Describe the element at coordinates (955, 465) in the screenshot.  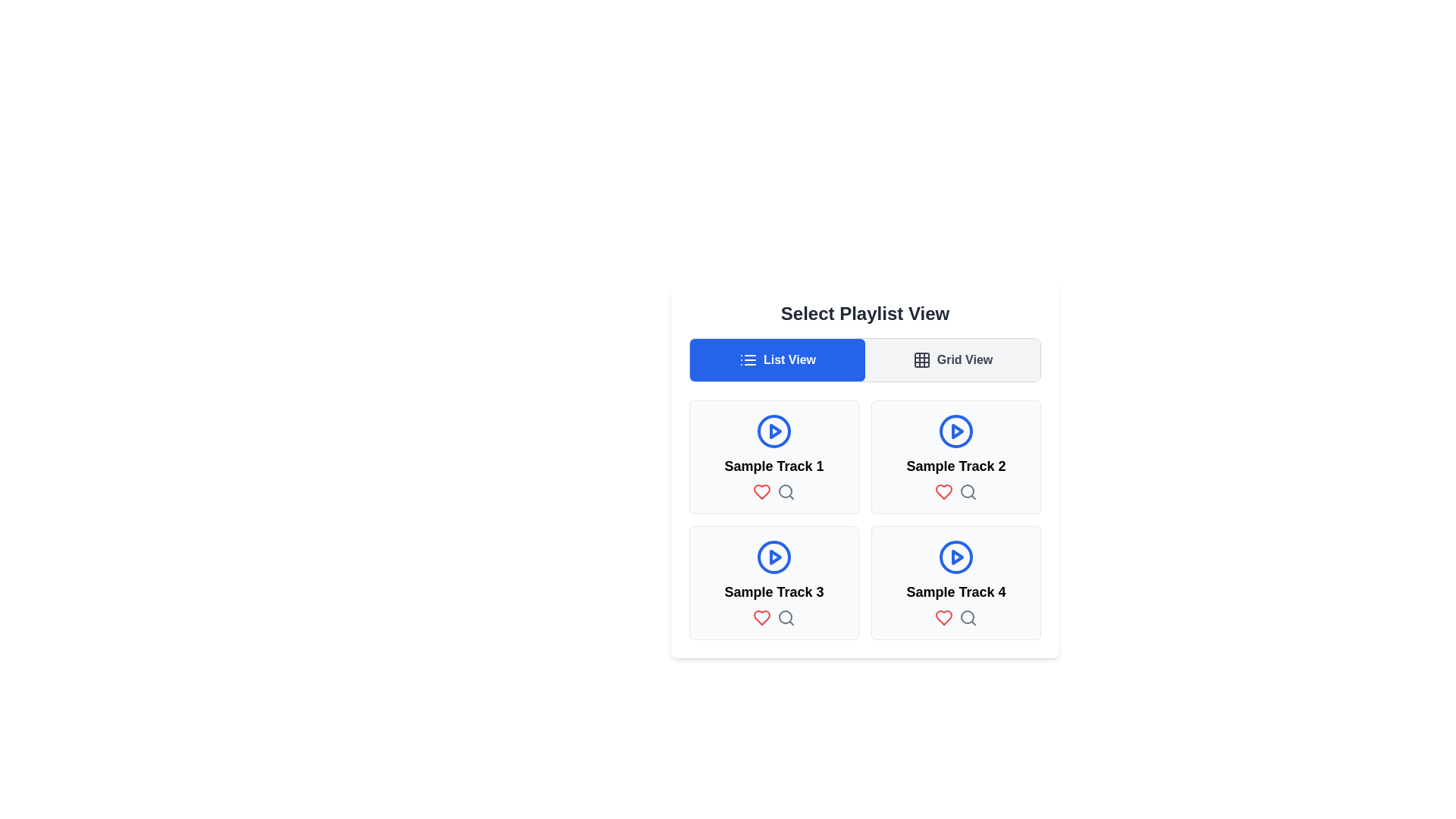
I see `text of the bold label stating 'Sample Track 2', which is located in the second cell of the first row of a 2x2 grid layout, beneath the play button icon` at that location.